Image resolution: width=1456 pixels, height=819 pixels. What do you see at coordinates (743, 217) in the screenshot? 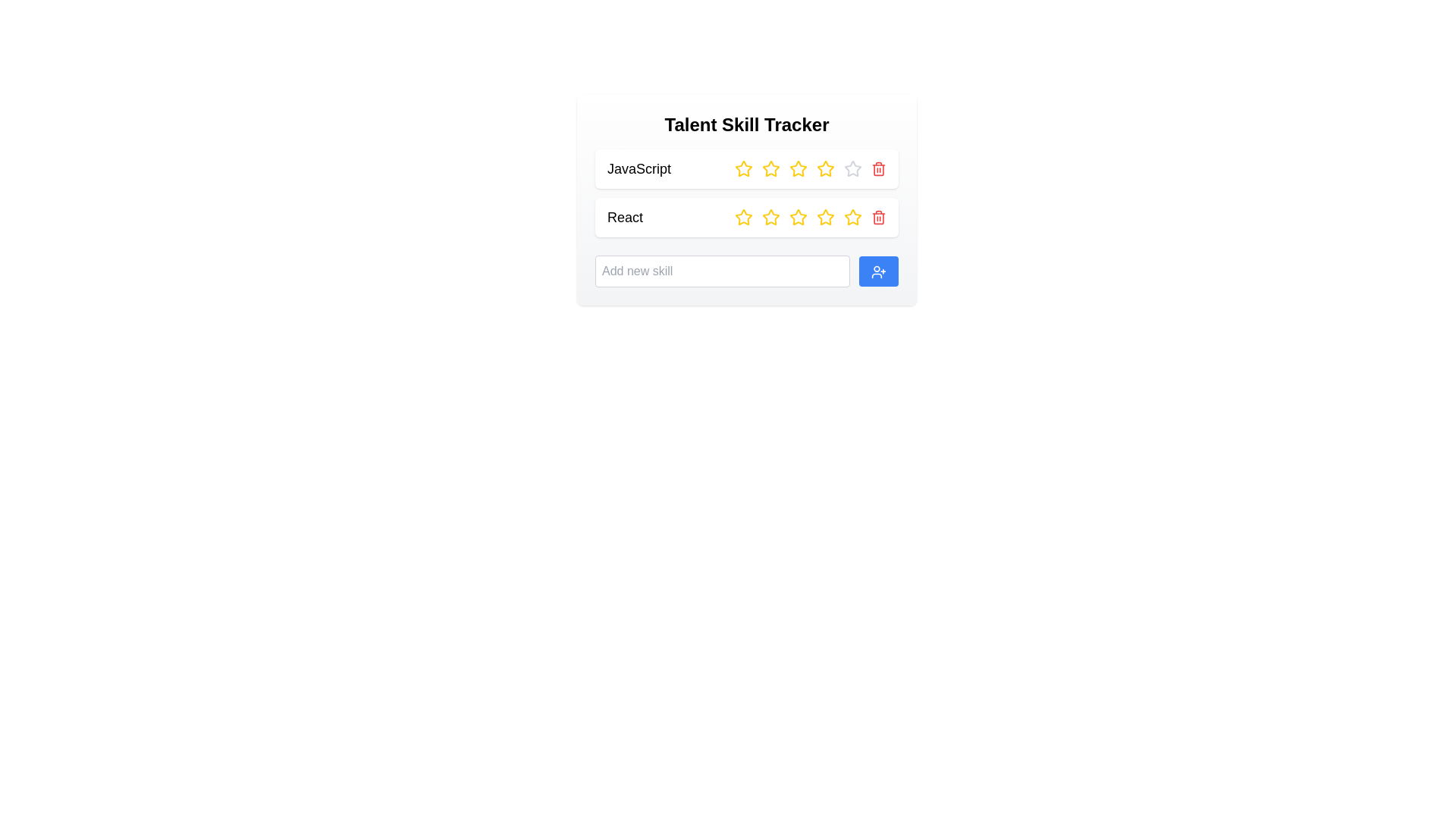
I see `the yellow star icon, the second item in the series of rating stars under the 'React' label in the 'Talent Skill Tracker' section, to rate or select it` at bounding box center [743, 217].